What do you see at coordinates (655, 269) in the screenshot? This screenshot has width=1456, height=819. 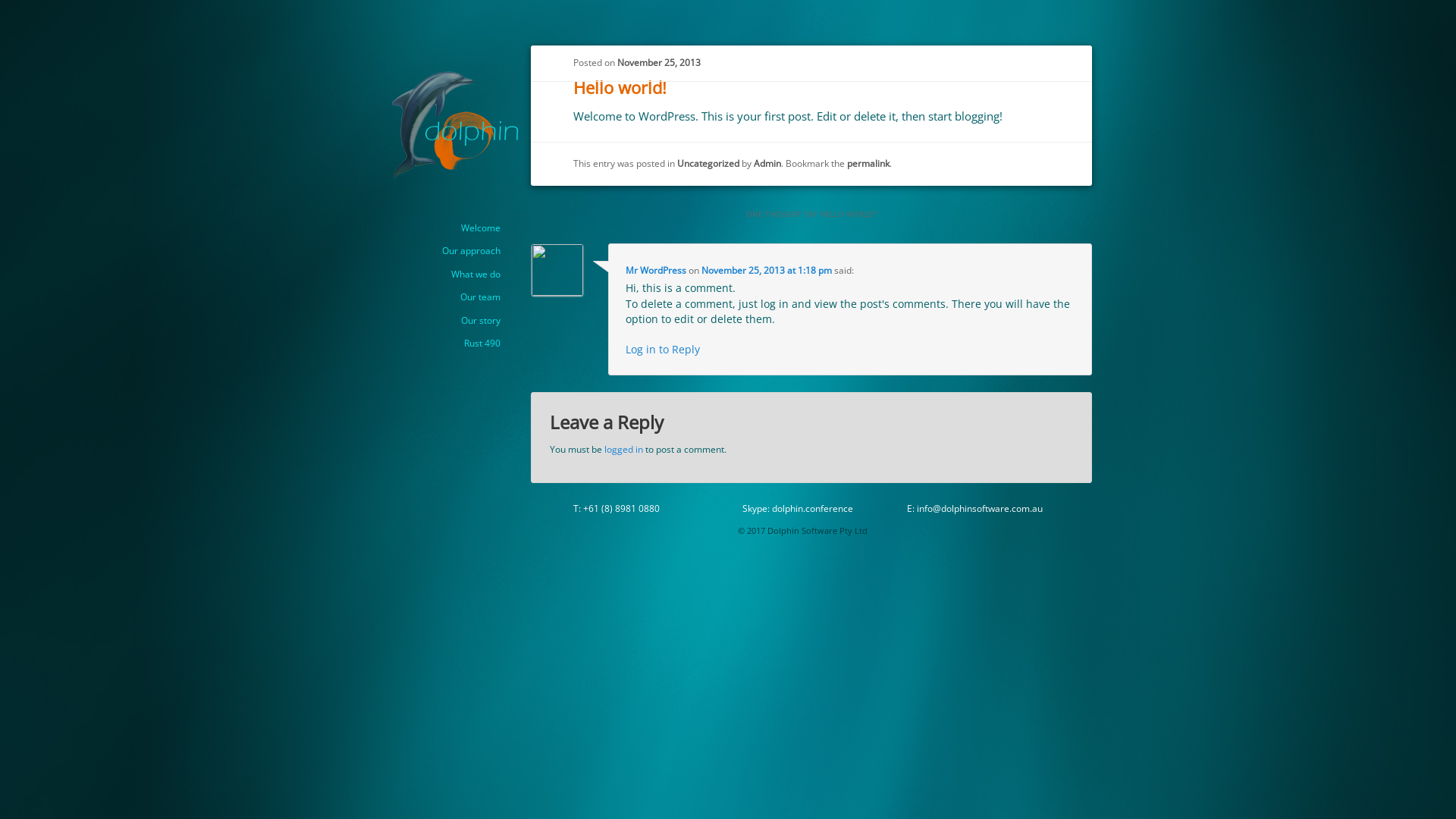 I see `'Mr WordPress'` at bounding box center [655, 269].